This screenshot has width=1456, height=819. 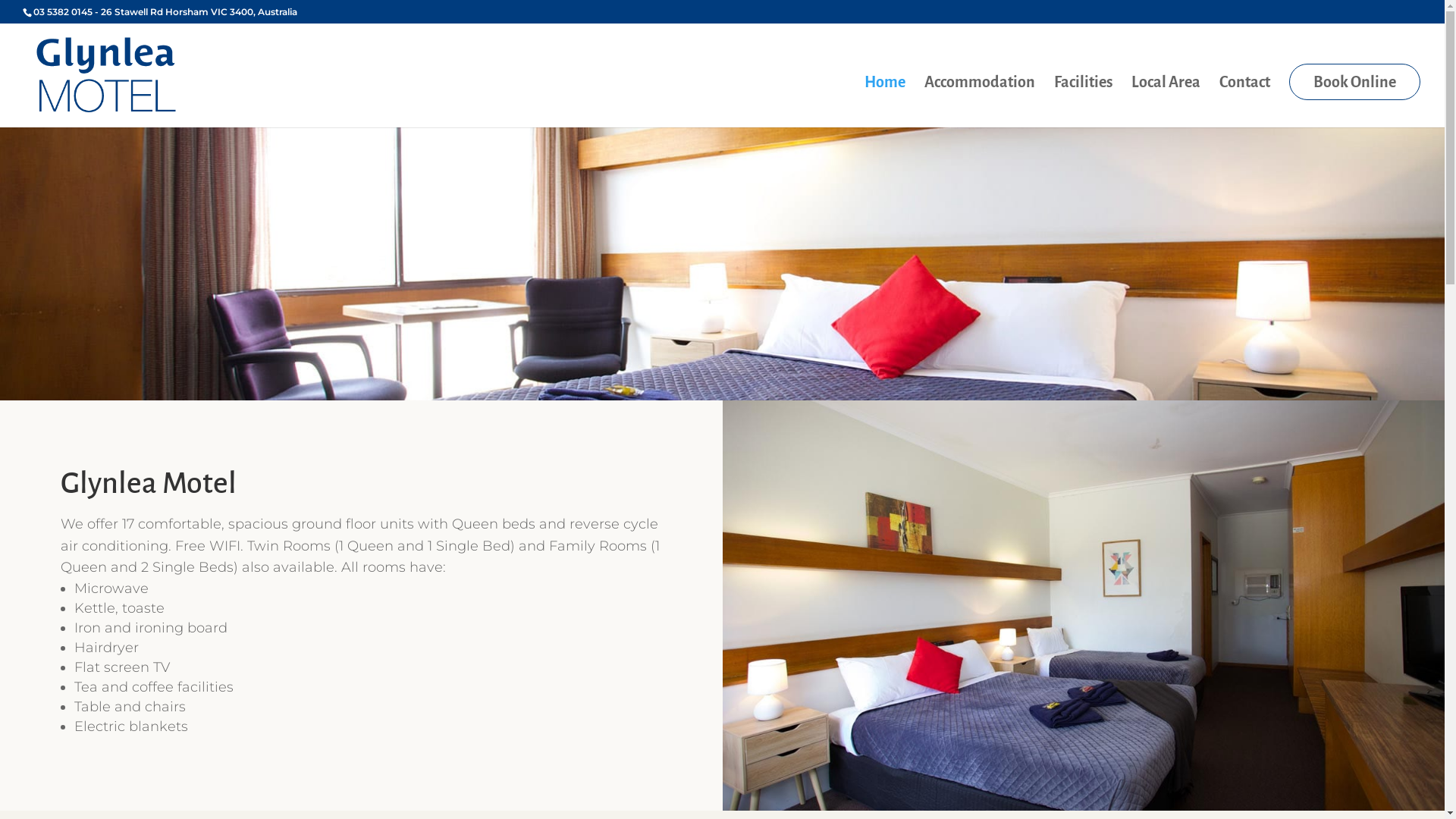 I want to click on 'Local Area', so click(x=1165, y=102).